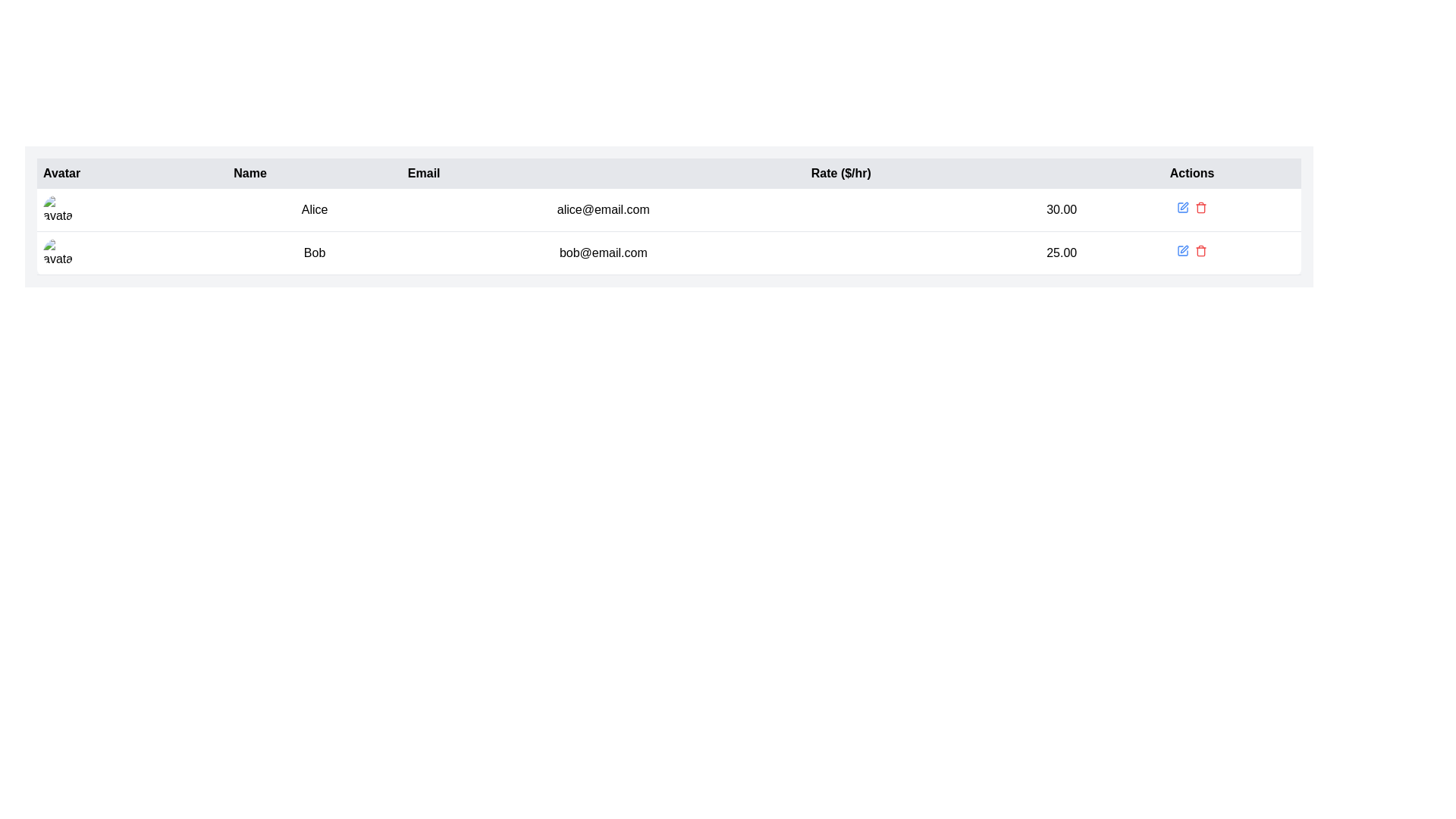 The image size is (1456, 819). What do you see at coordinates (668, 210) in the screenshot?
I see `the first row of the table that contains the name 'Alice', the email 'alice@email.com', and the monetary value '30.00'` at bounding box center [668, 210].